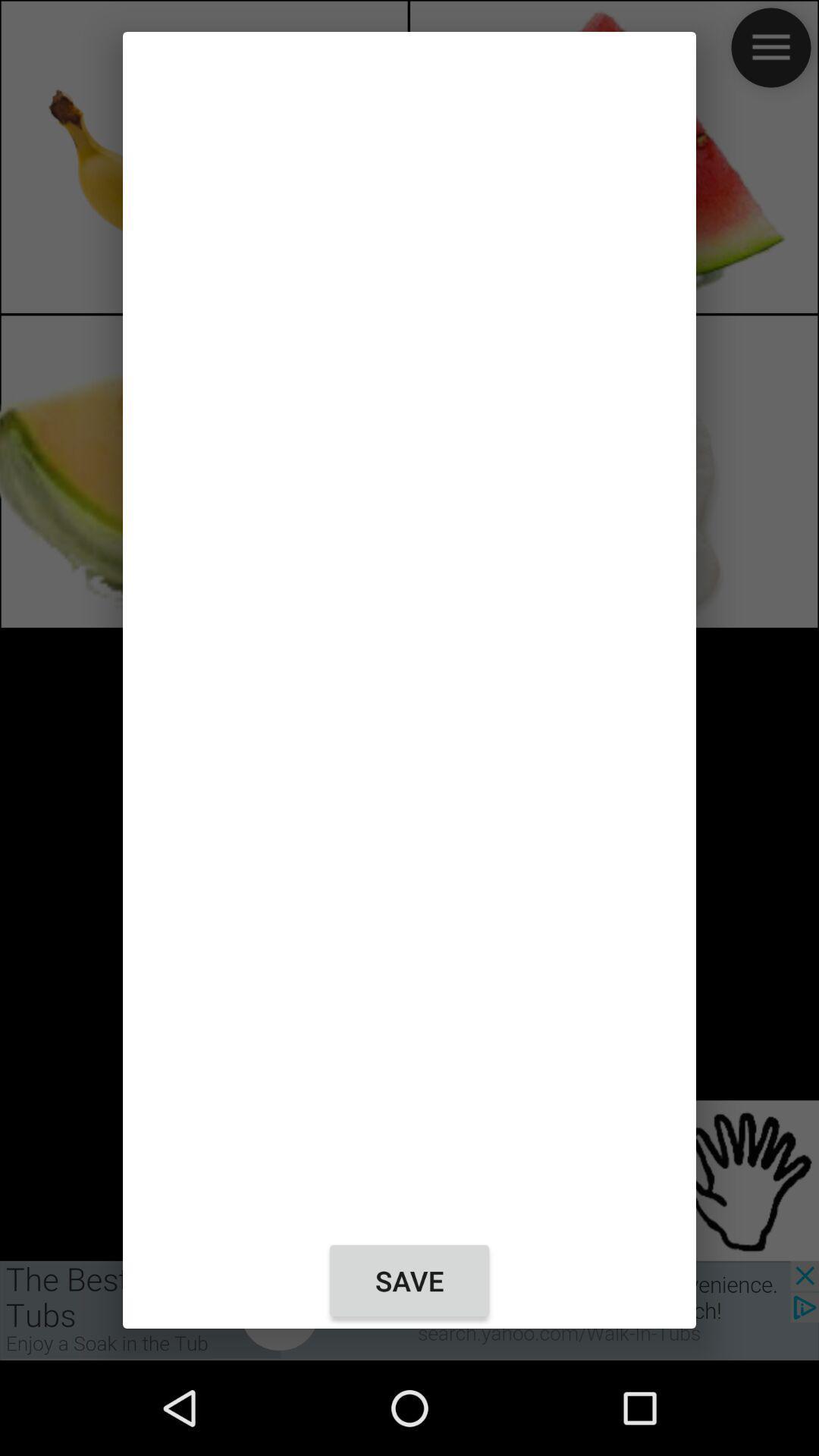  What do you see at coordinates (409, 1280) in the screenshot?
I see `the save at the bottom` at bounding box center [409, 1280].